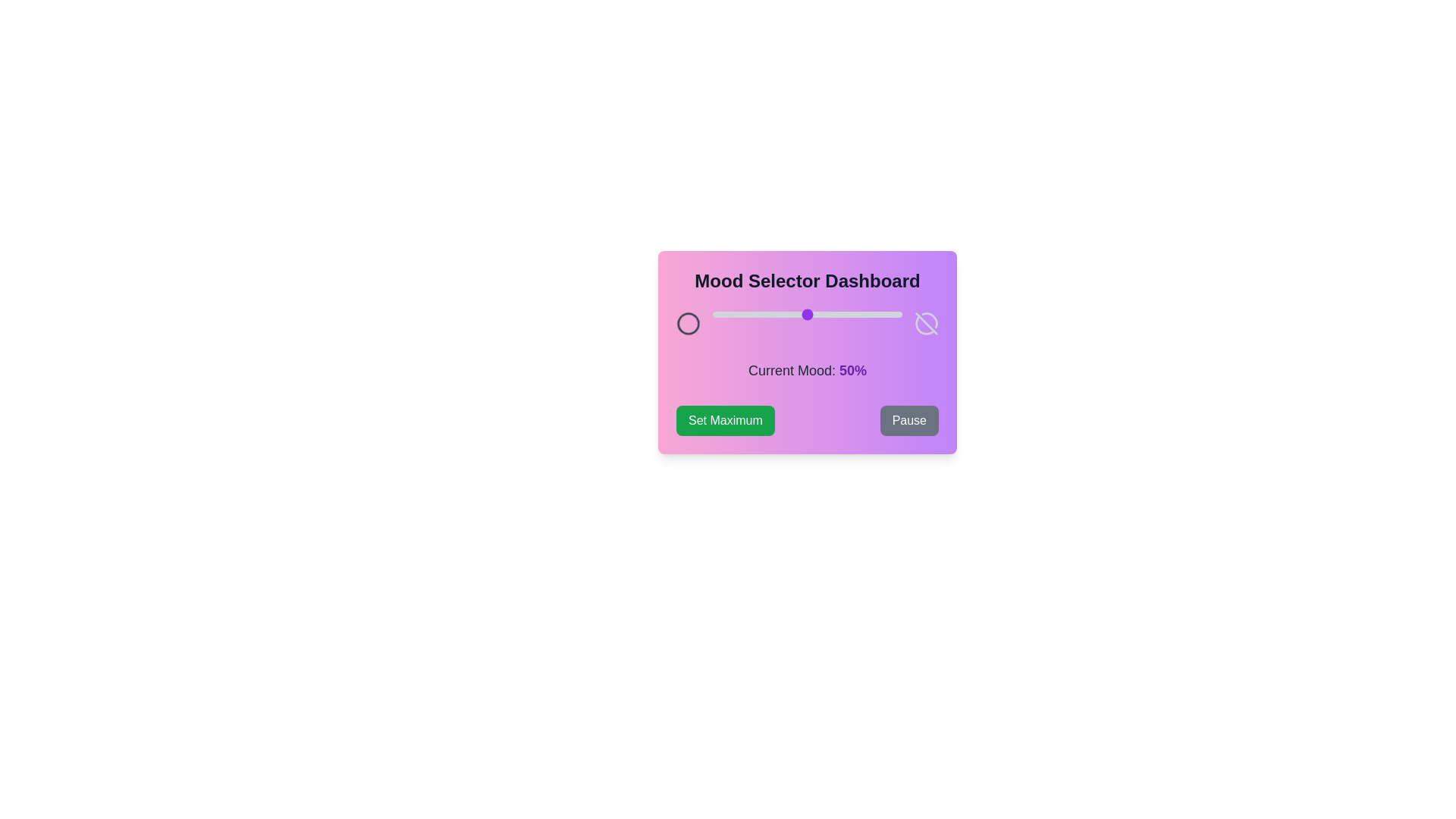  What do you see at coordinates (724, 421) in the screenshot?
I see `'Set Maximum' button to set the mood to 100%` at bounding box center [724, 421].